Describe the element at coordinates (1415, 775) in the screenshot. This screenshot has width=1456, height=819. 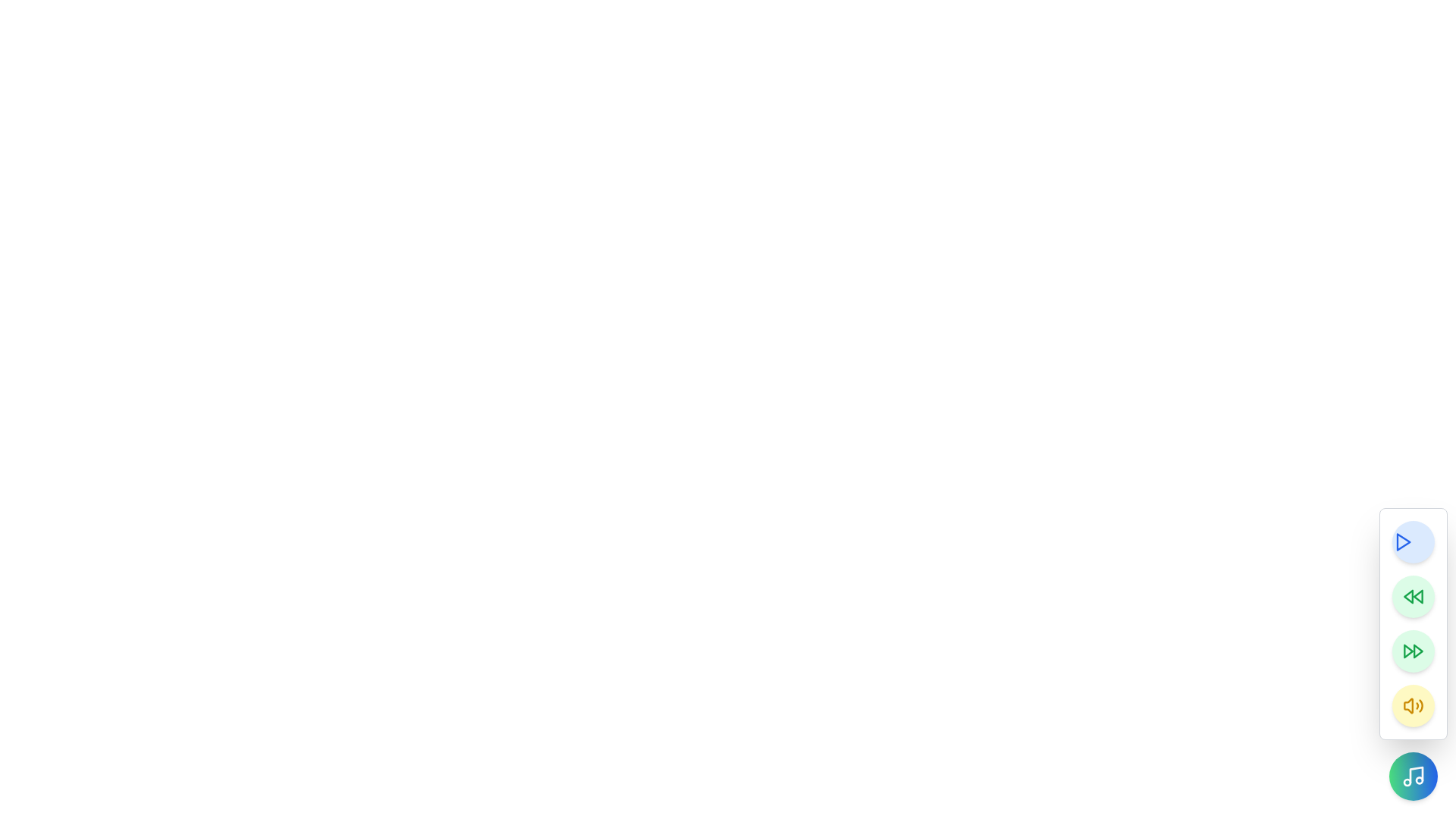
I see `the vertical line segment of the music note icon located in the bottom-right corner of the interface` at that location.